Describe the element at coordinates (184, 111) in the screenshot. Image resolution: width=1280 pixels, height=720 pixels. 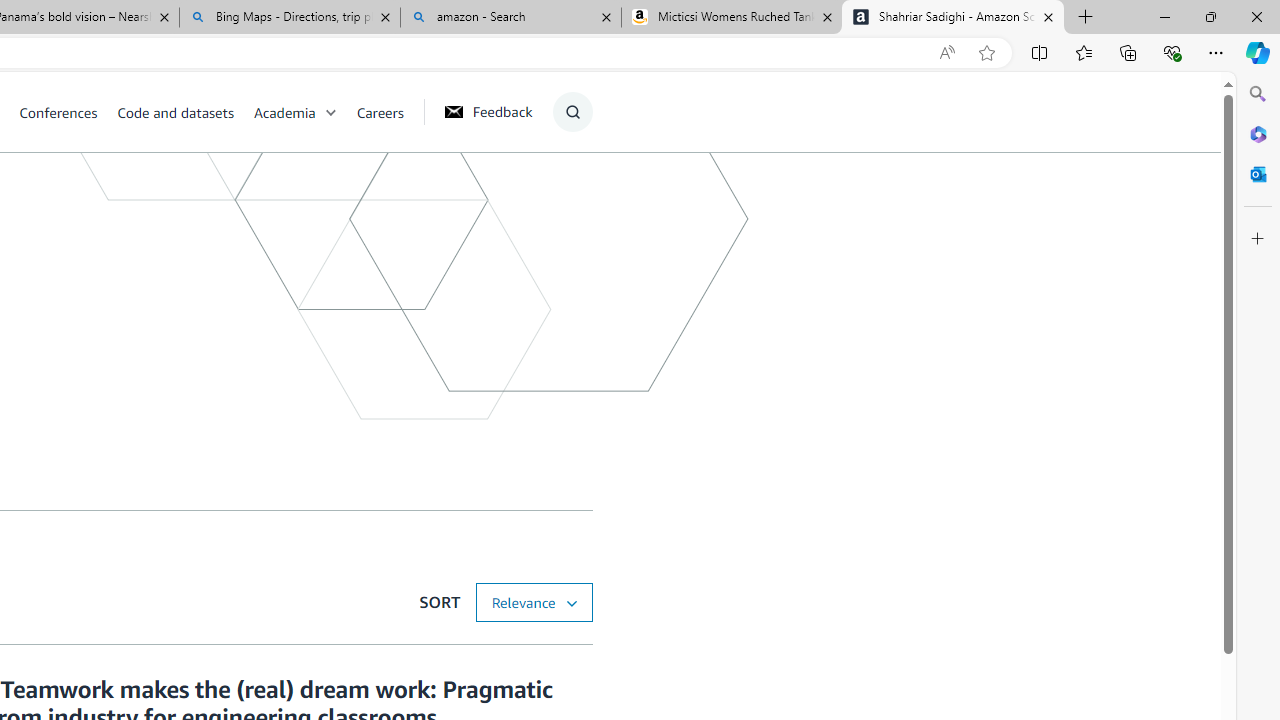
I see `'Code and datasets'` at that location.